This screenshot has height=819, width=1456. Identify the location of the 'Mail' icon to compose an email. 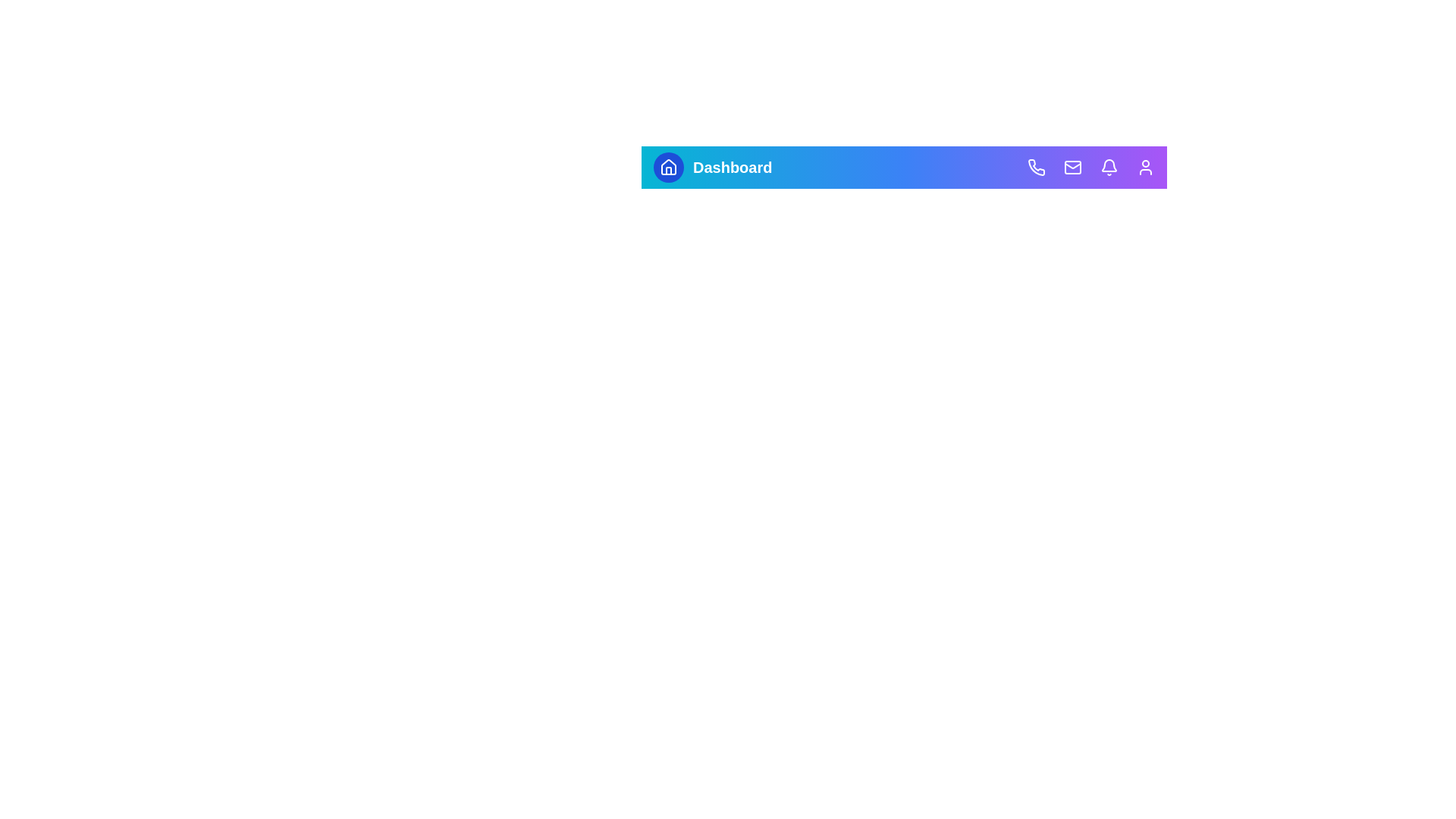
(1072, 167).